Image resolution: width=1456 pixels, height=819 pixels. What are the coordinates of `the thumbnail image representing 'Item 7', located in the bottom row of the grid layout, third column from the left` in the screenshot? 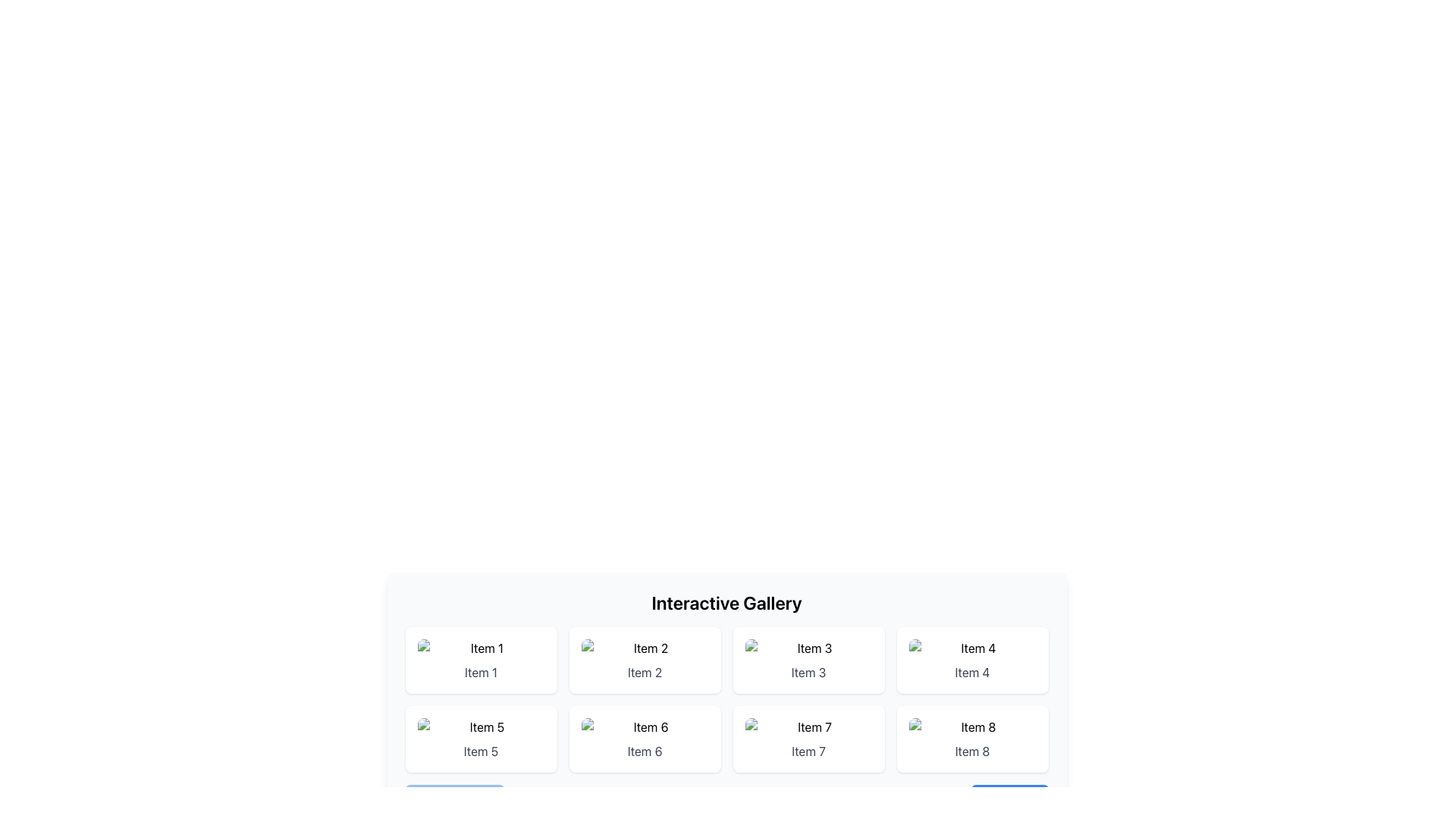 It's located at (808, 726).